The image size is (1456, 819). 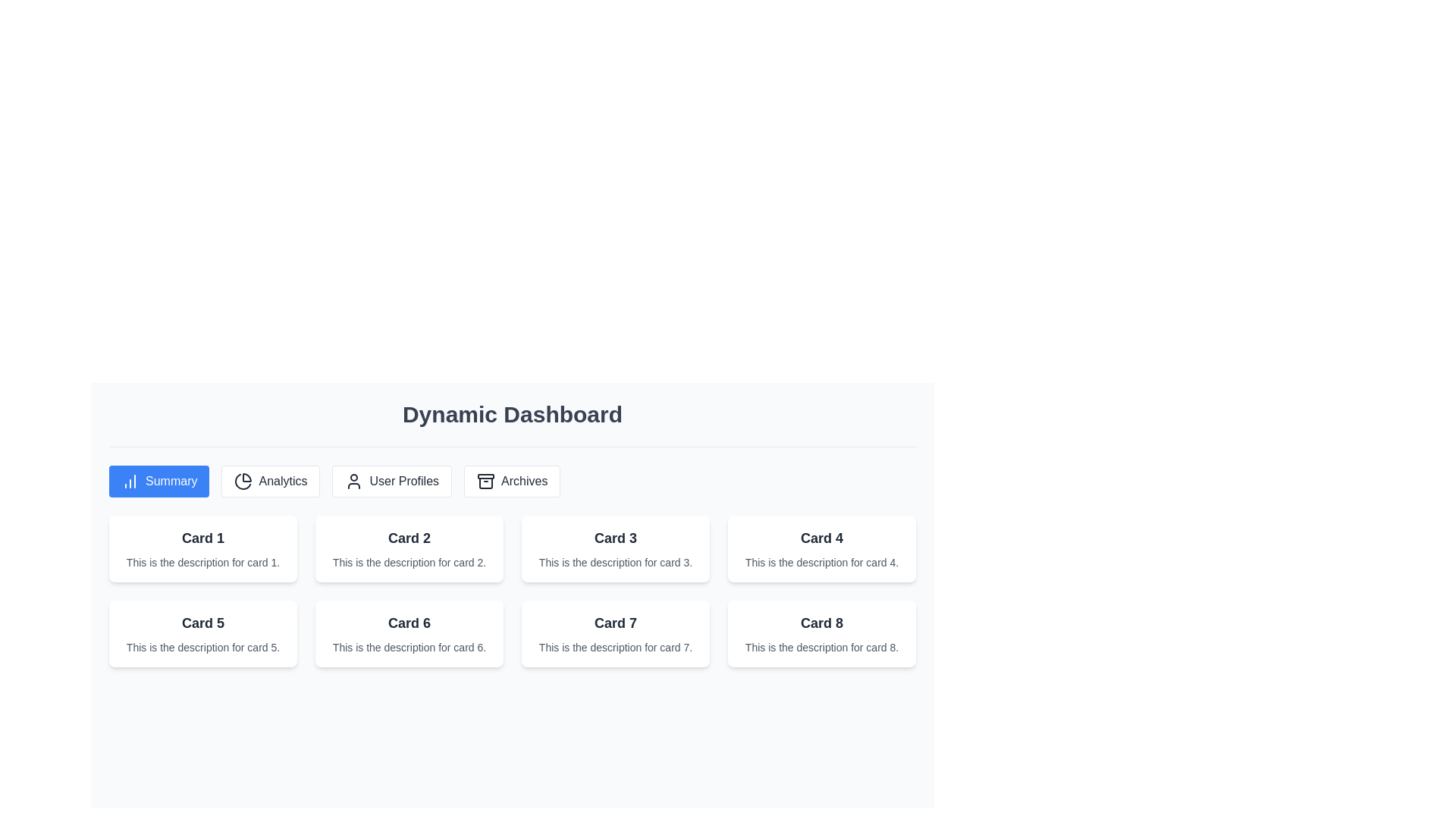 What do you see at coordinates (271, 482) in the screenshot?
I see `the 'Analytics' button, which is the second button in the horizontal navigation row, located between the 'Summary' and 'User Profiles' buttons` at bounding box center [271, 482].